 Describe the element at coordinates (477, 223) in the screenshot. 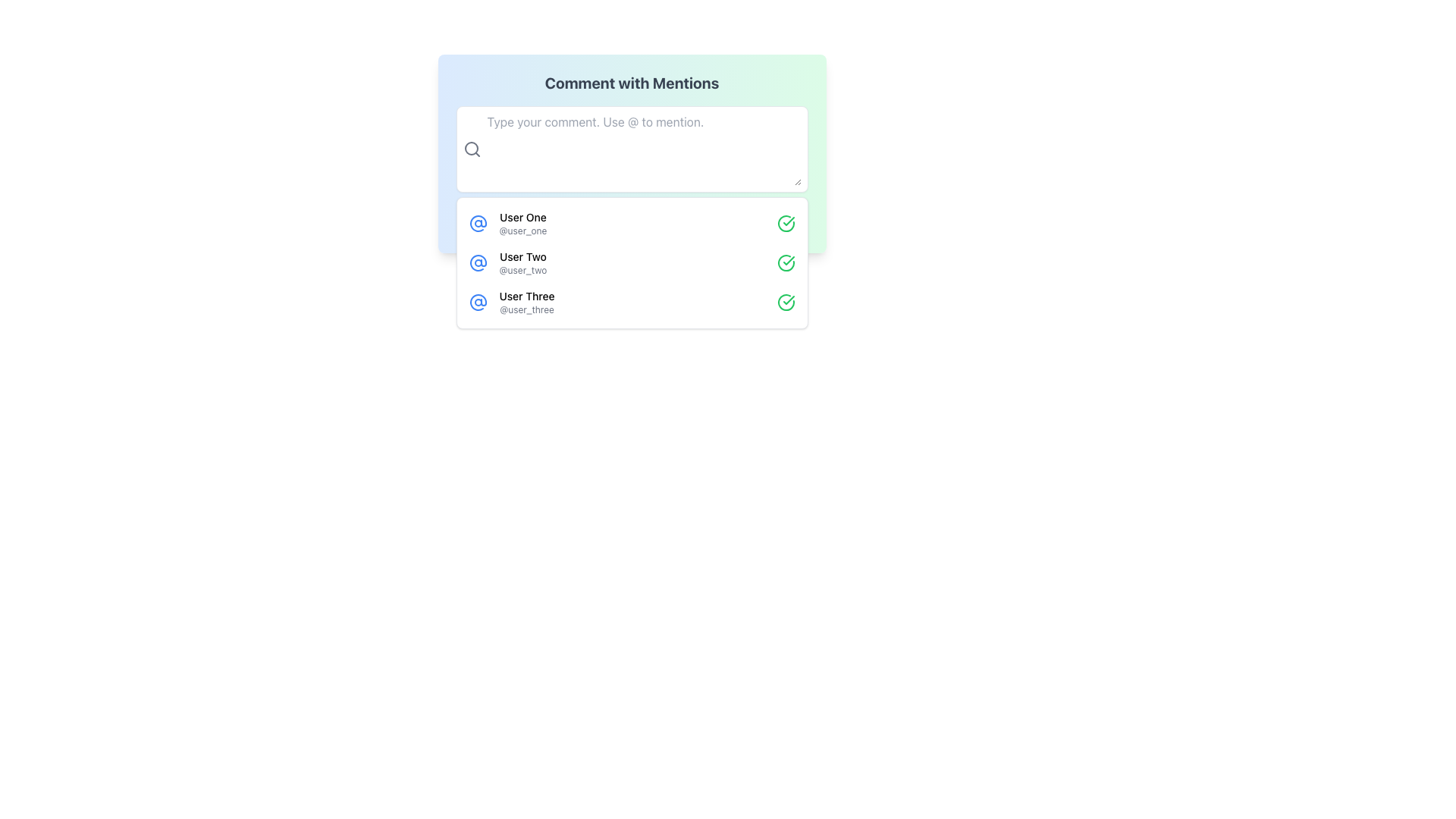

I see `the user indicator symbol icon in the dropdown list under the 'Comment with Mentions' input area, which is represented by a rounded shape in a blue palette and is located between the icons for 'User One' and 'User Three'` at that location.